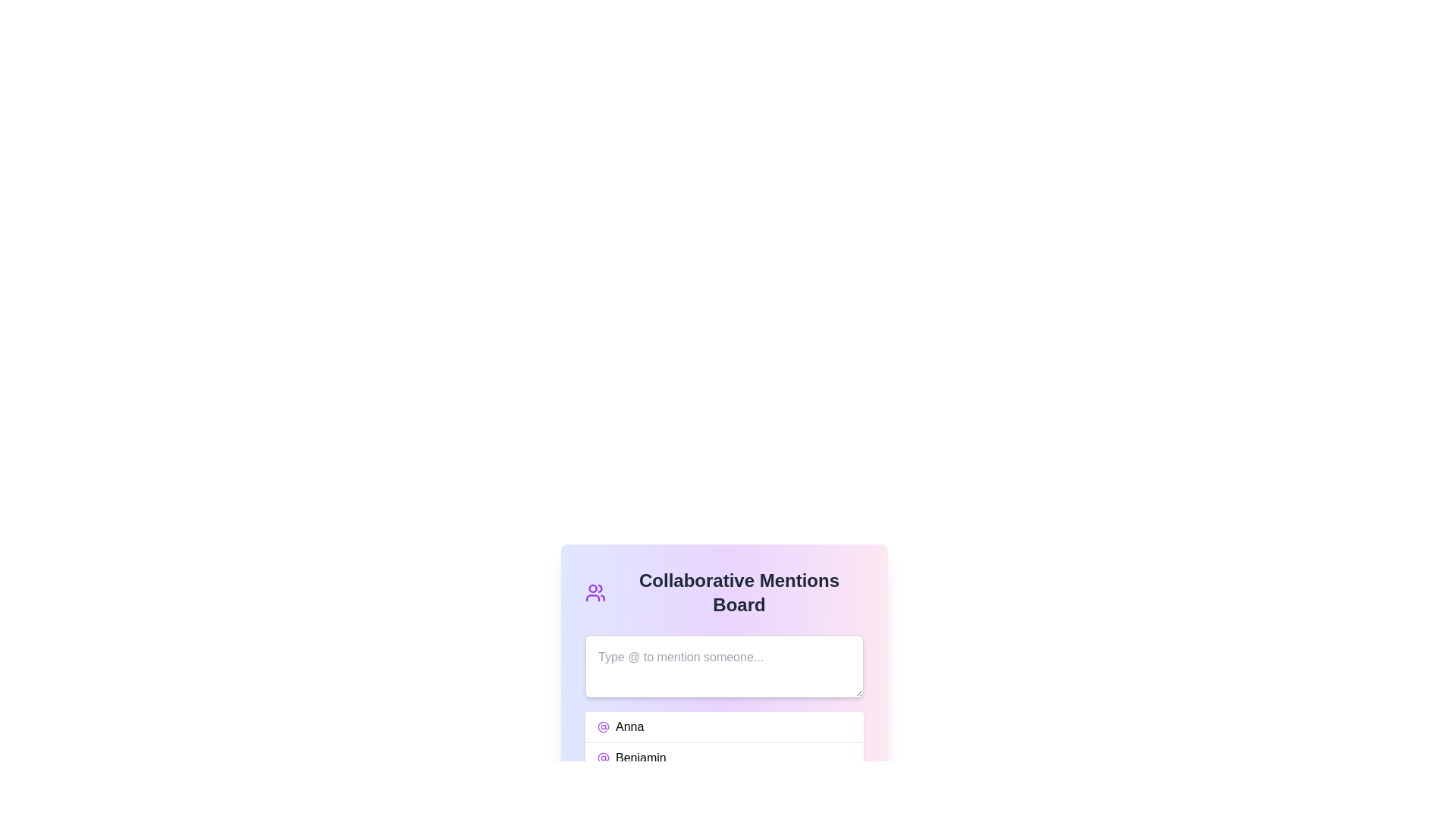 Image resolution: width=1456 pixels, height=819 pixels. Describe the element at coordinates (723, 666) in the screenshot. I see `the text input field for collaborative mentions, which has a placeholder text 'Type @ to mention someone...'` at that location.